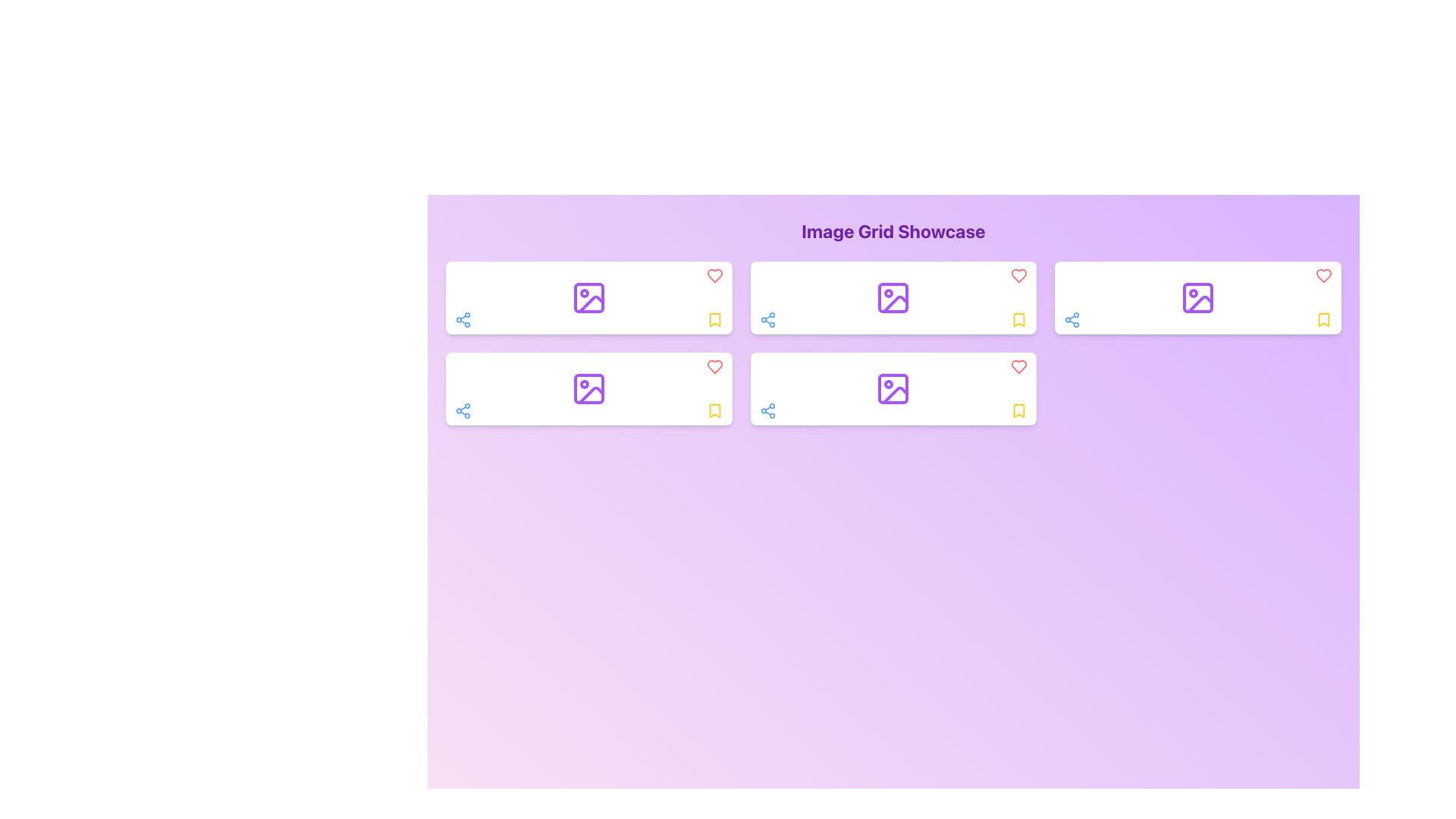 This screenshot has height=819, width=1456. What do you see at coordinates (1019, 411) in the screenshot?
I see `the bookmark icon located at the bottom right corner of the third card in the top row of the grid layout` at bounding box center [1019, 411].